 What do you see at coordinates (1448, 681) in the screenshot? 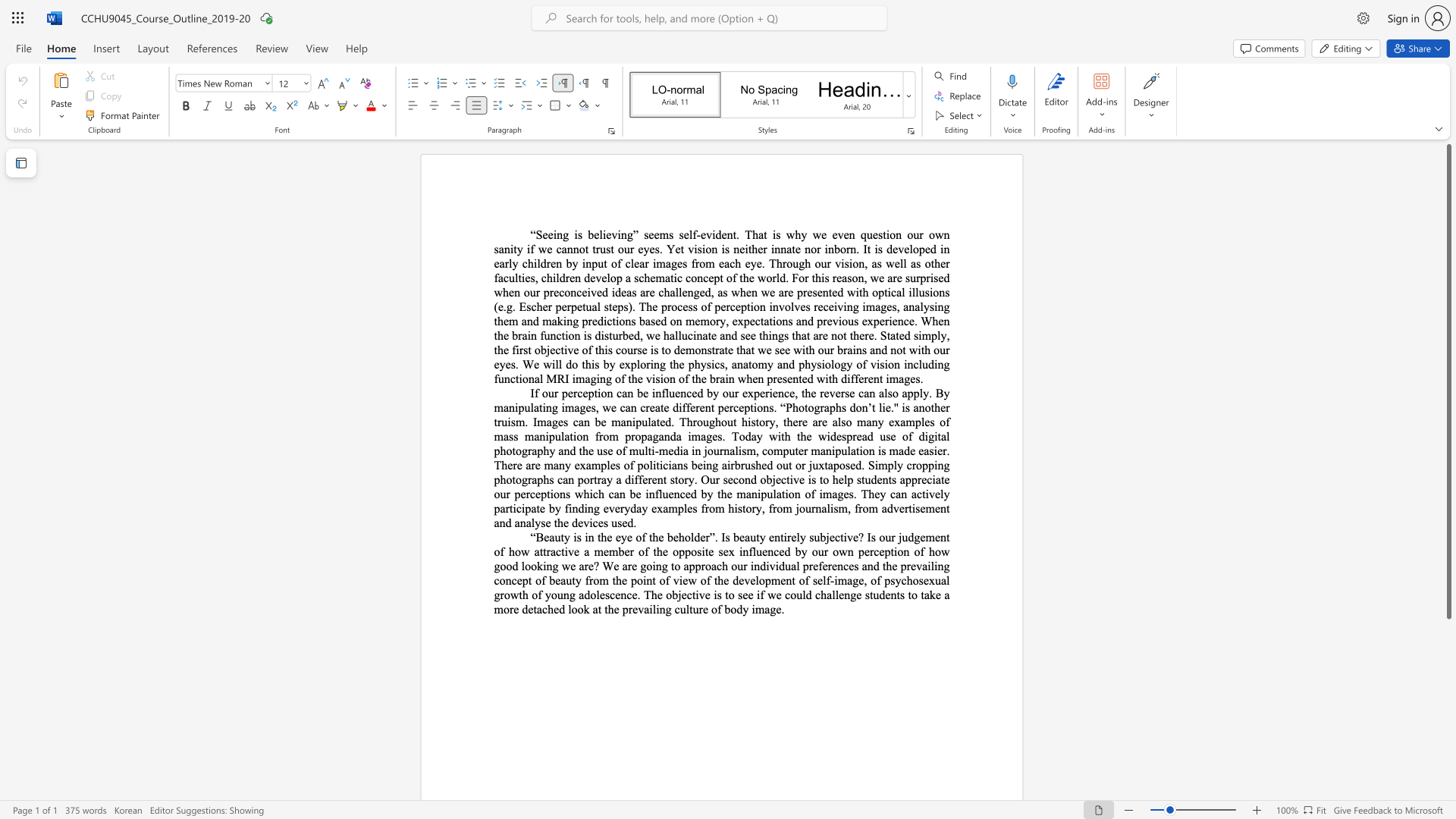
I see `the vertical scrollbar to lower the page content` at bounding box center [1448, 681].